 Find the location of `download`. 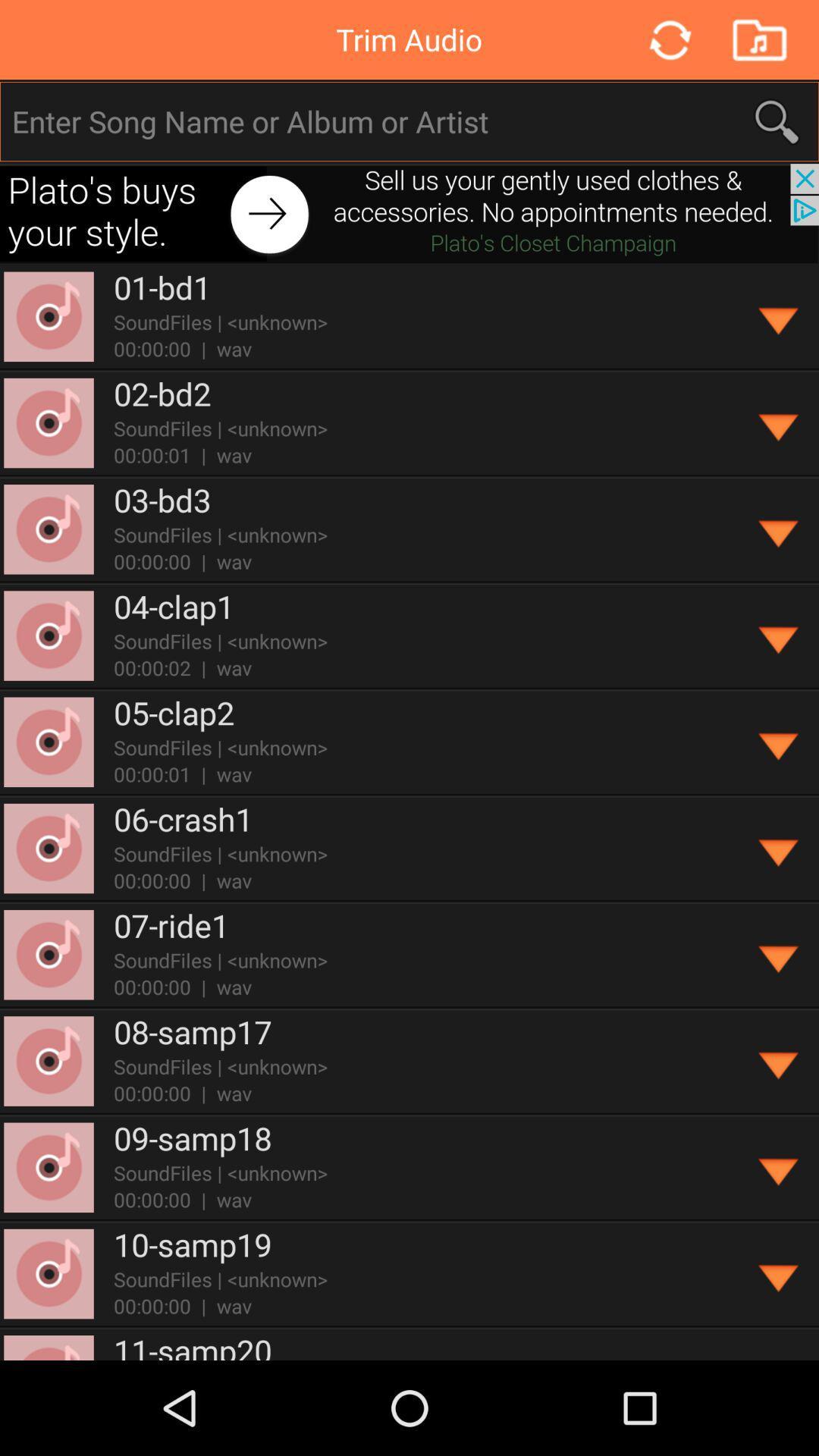

download is located at coordinates (779, 1167).